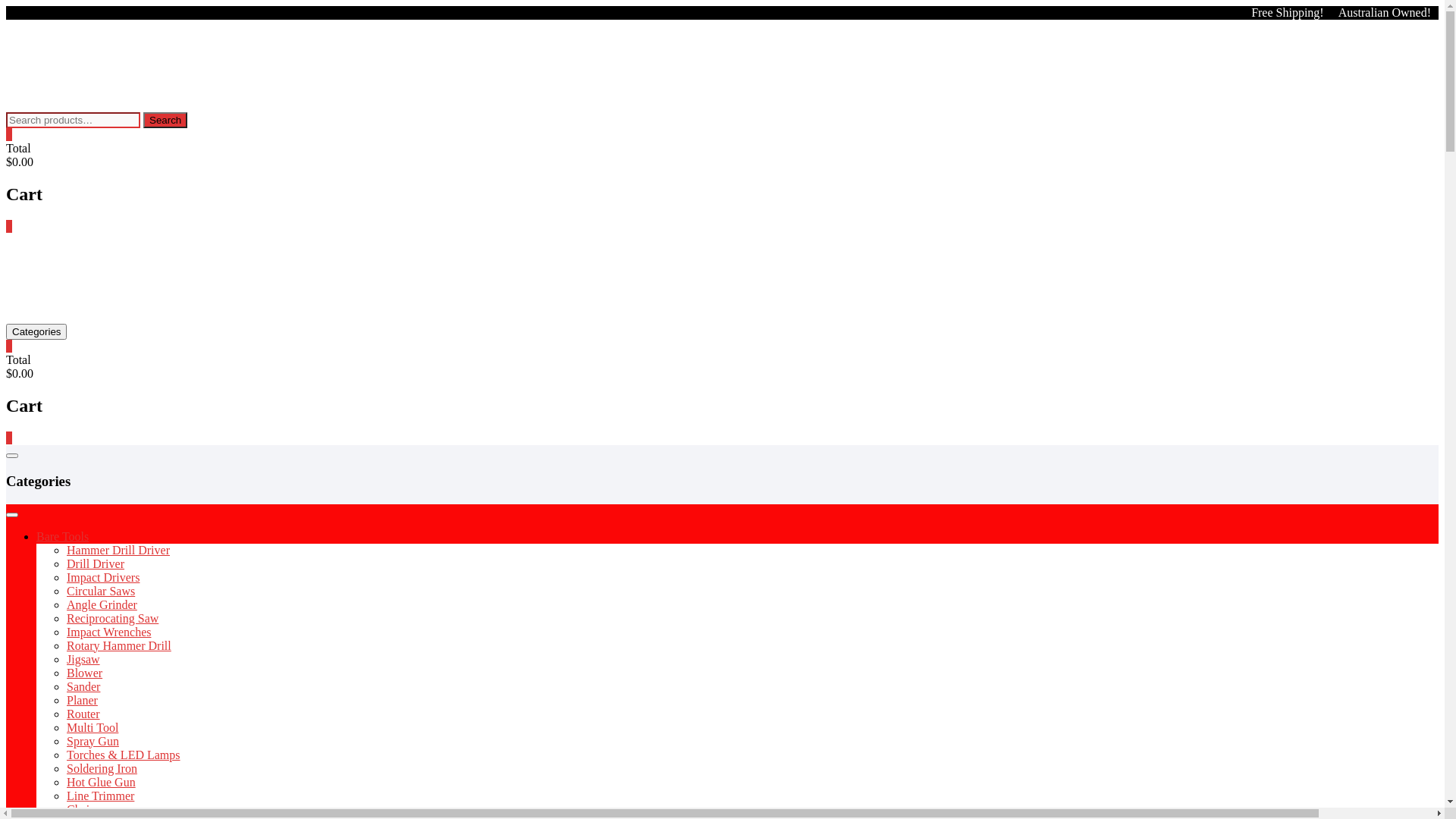 The image size is (1456, 819). I want to click on 'Categories', so click(36, 331).